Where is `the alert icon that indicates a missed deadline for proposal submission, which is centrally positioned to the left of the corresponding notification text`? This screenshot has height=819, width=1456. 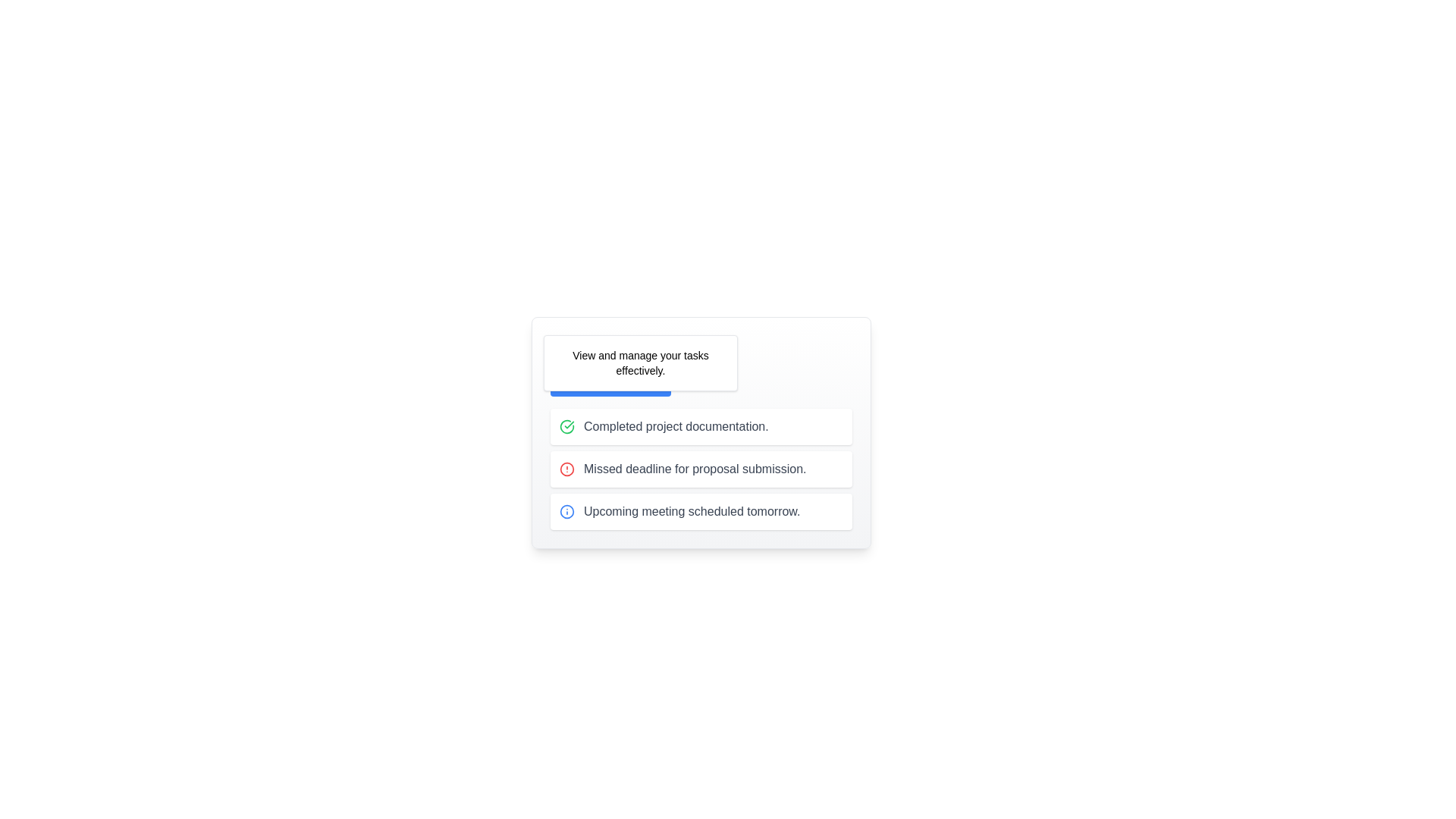 the alert icon that indicates a missed deadline for proposal submission, which is centrally positioned to the left of the corresponding notification text is located at coordinates (566, 468).